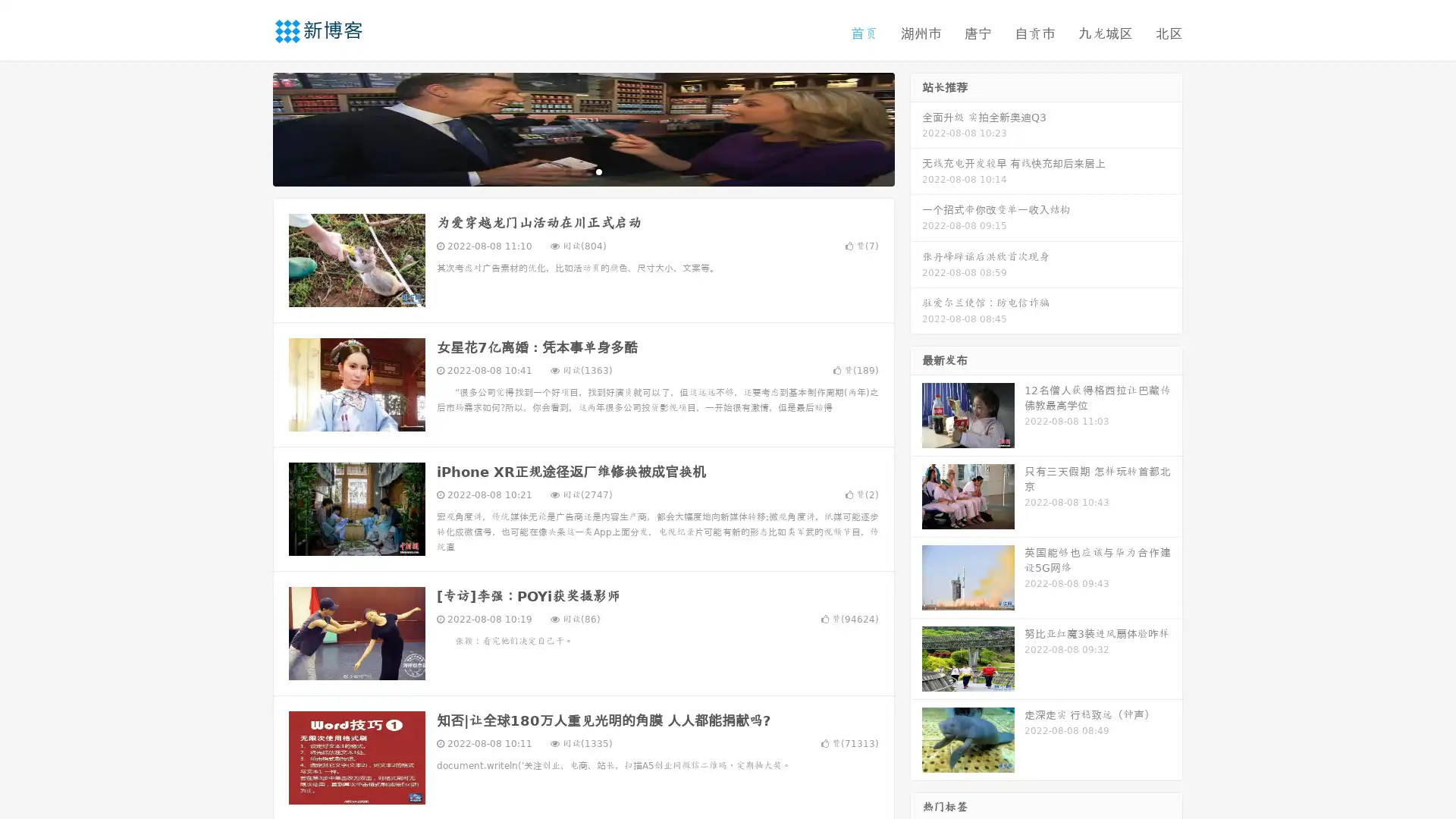 The image size is (1456, 819). What do you see at coordinates (598, 171) in the screenshot?
I see `Go to slide 3` at bounding box center [598, 171].